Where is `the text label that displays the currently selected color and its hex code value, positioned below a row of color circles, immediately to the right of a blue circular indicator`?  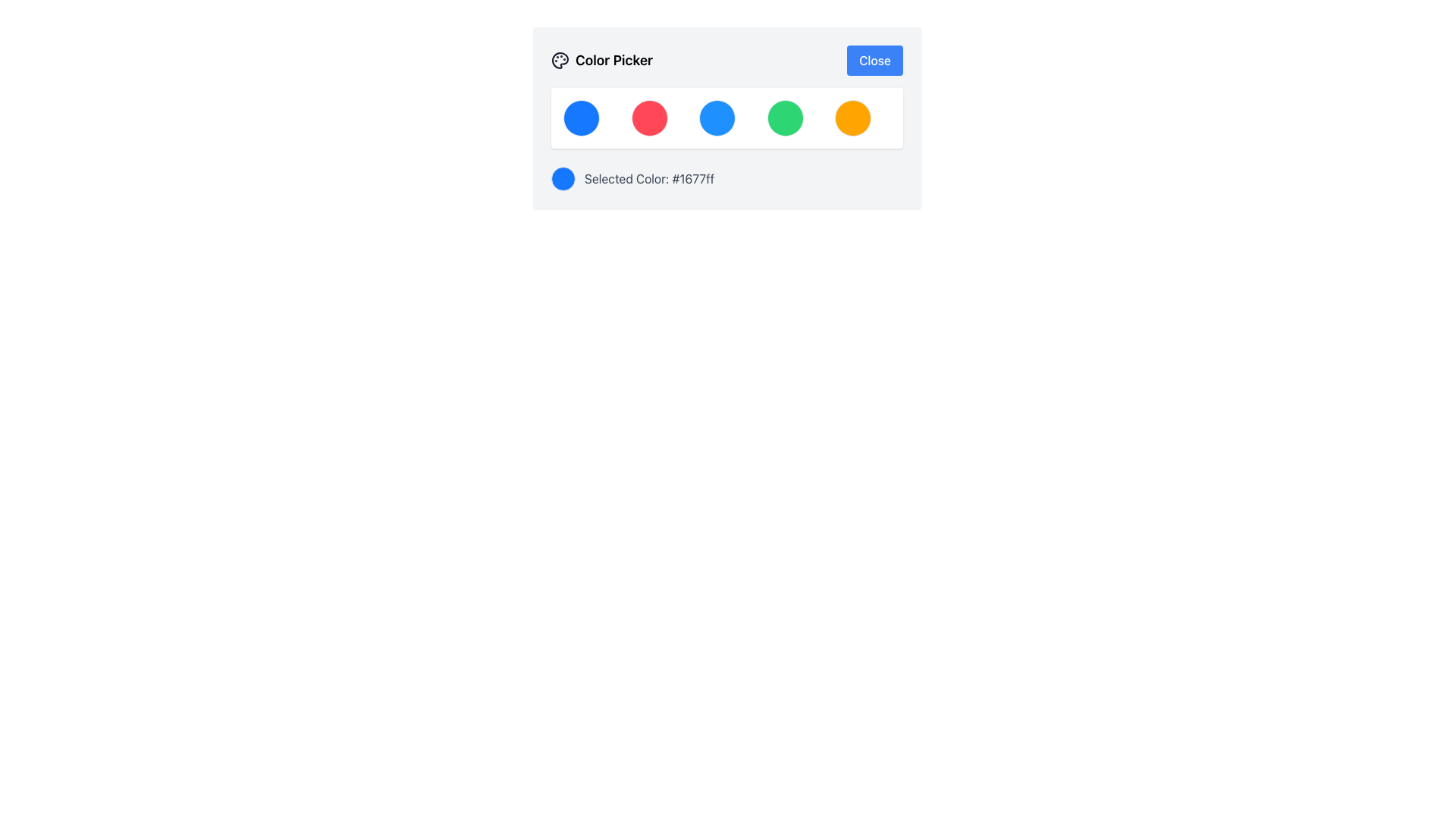
the text label that displays the currently selected color and its hex code value, positioned below a row of color circles, immediately to the right of a blue circular indicator is located at coordinates (649, 177).